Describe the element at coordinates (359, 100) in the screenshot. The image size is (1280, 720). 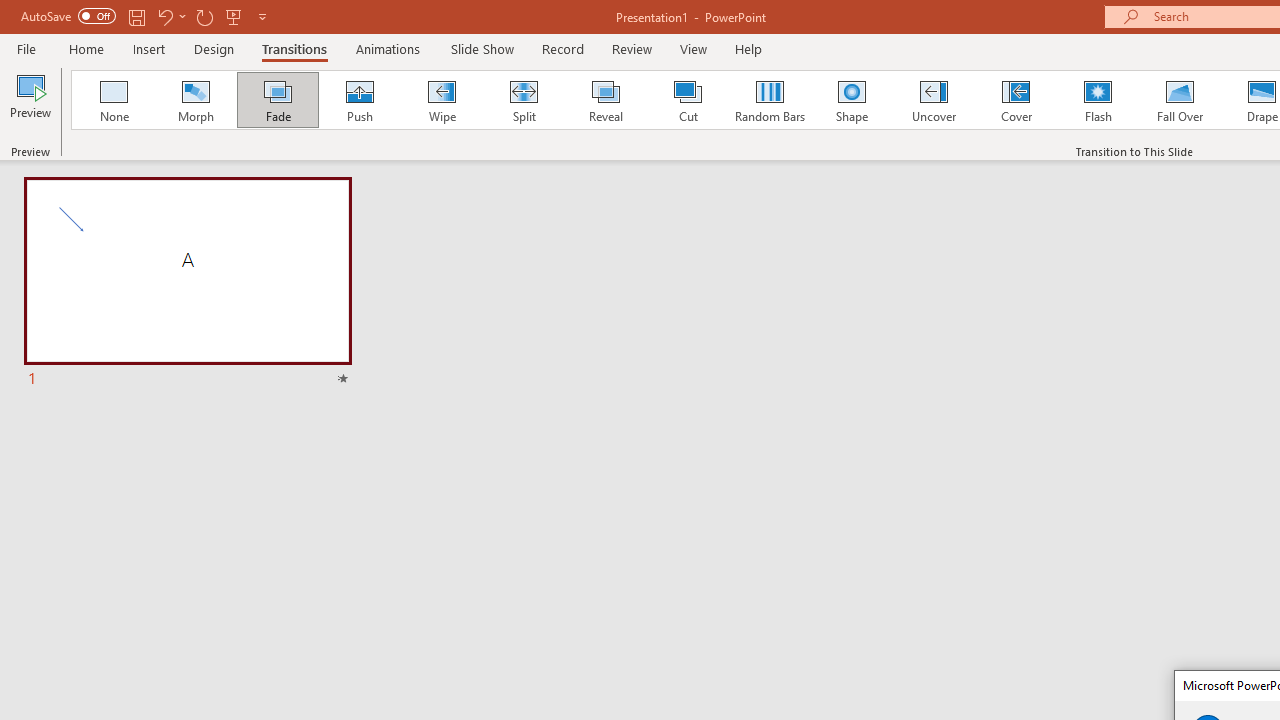
I see `'Push'` at that location.